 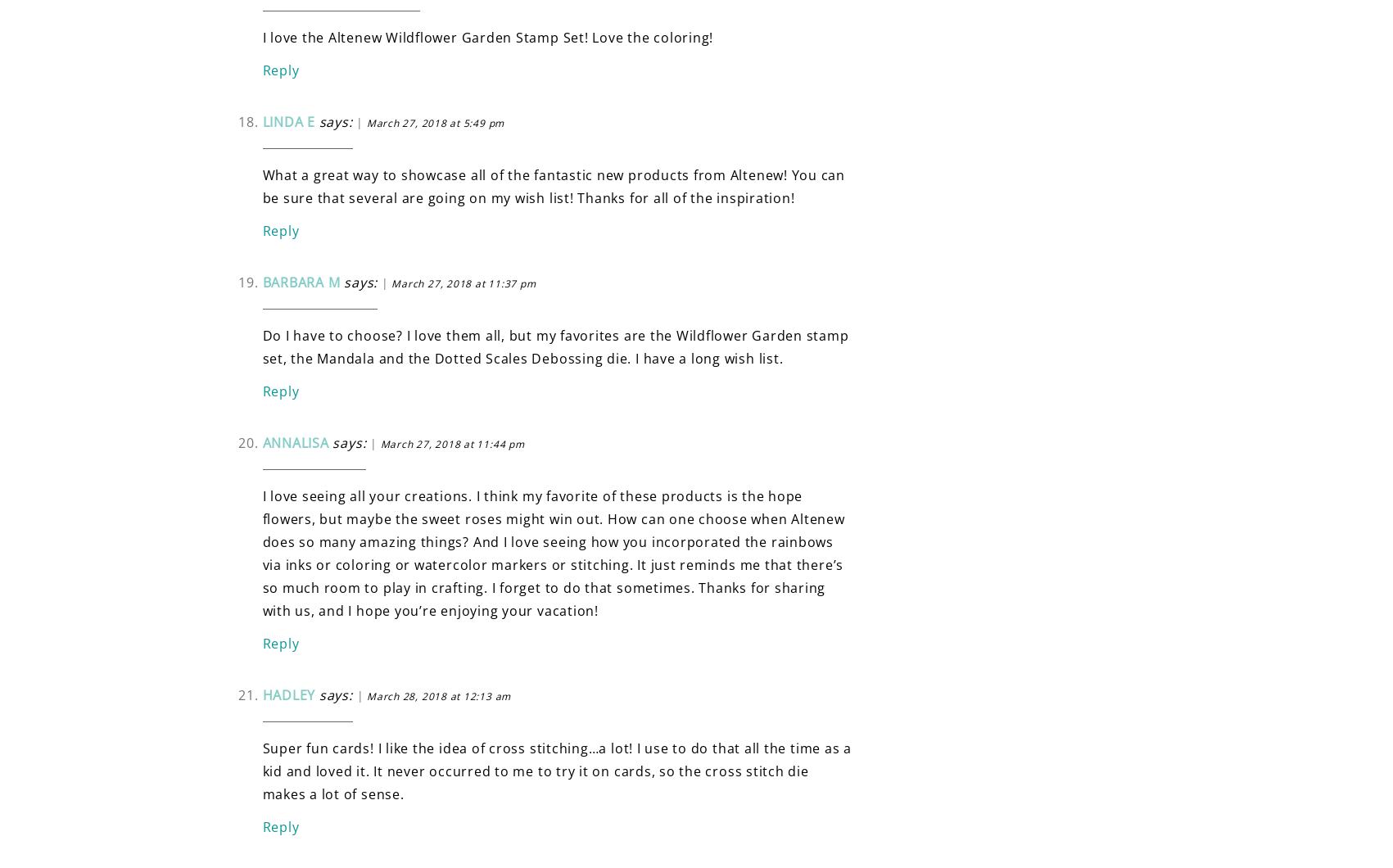 What do you see at coordinates (552, 552) in the screenshot?
I see `'I love seeing all your creations. I think my favorite of these products is the hope flowers, but maybe the sweet roses might win out. How can one choose when Altenew does so many amazing things? And I love seeing how you incorporated the rainbows via inks or coloring or watercolor markers or stitching. It just reminds me that there’s so much room to play in crafting. I forget to do that sometimes. Thanks for sharing with us, and I hope you’re enjoying your vacation!'` at bounding box center [552, 552].